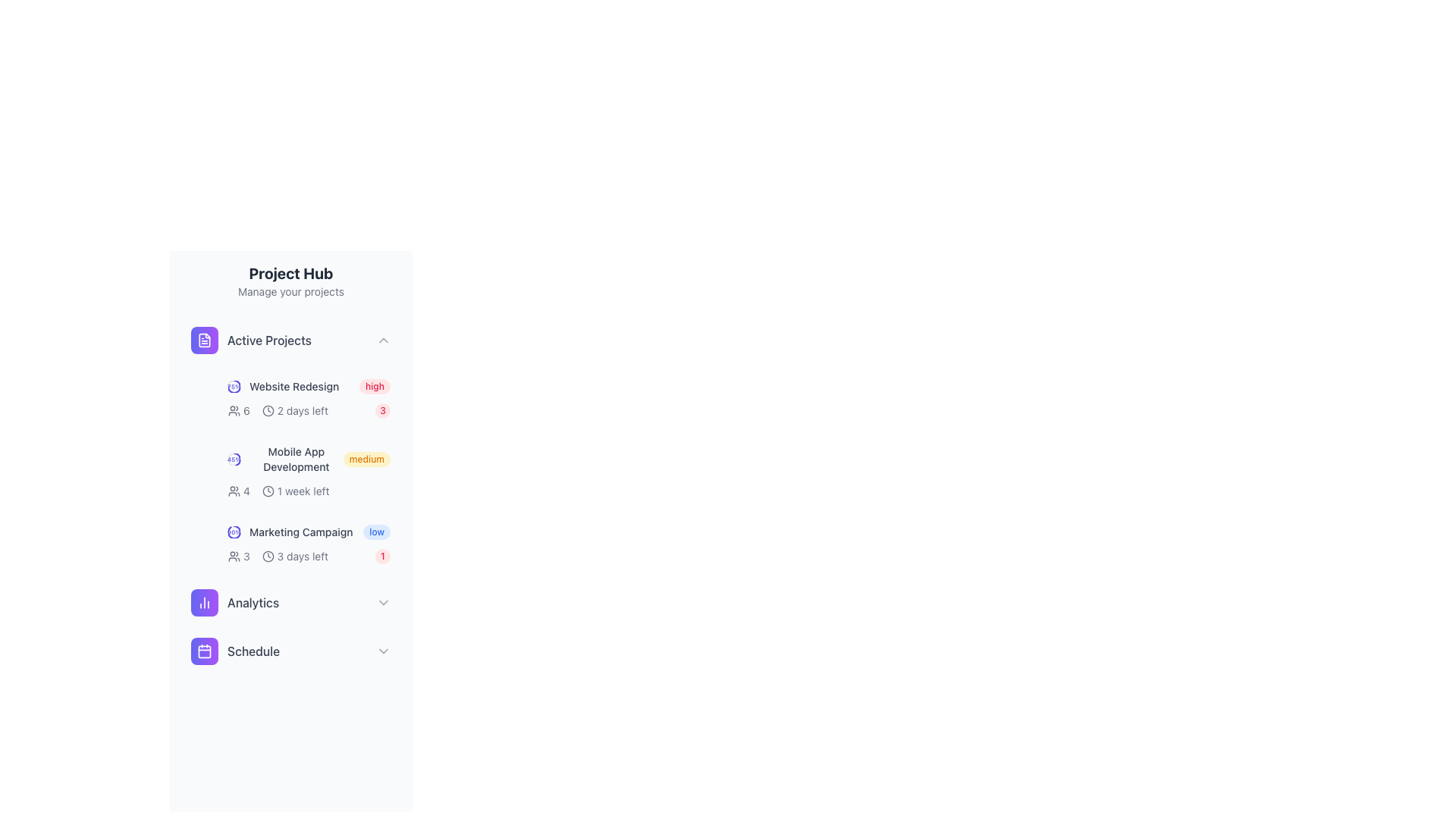  Describe the element at coordinates (203, 339) in the screenshot. I see `the 'Active Projects' icon, which is positioned to the left of the text and serves as a visual cue for the section` at that location.